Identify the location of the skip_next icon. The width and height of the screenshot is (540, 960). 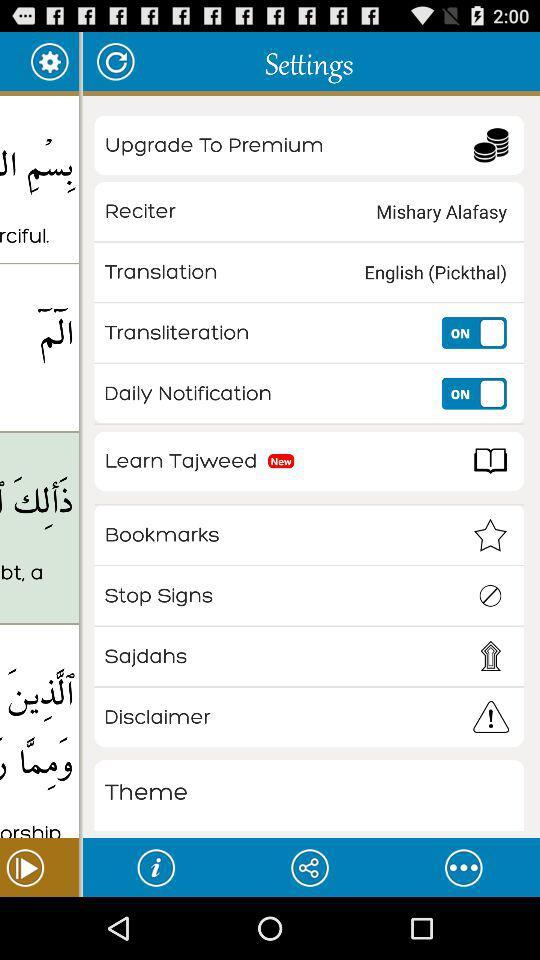
(39, 928).